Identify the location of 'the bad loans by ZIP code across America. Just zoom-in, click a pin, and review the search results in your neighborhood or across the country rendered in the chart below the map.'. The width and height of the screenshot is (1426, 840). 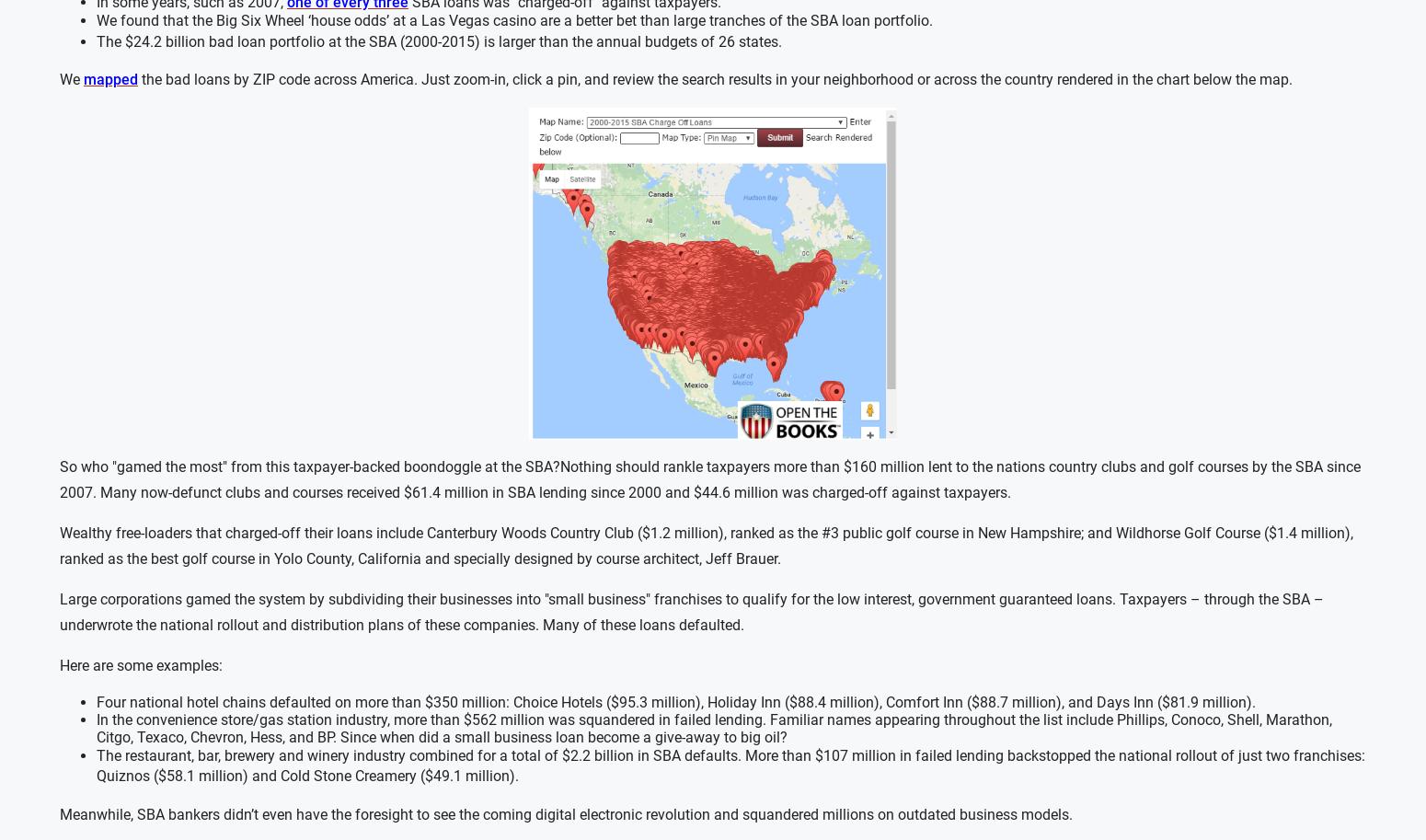
(714, 79).